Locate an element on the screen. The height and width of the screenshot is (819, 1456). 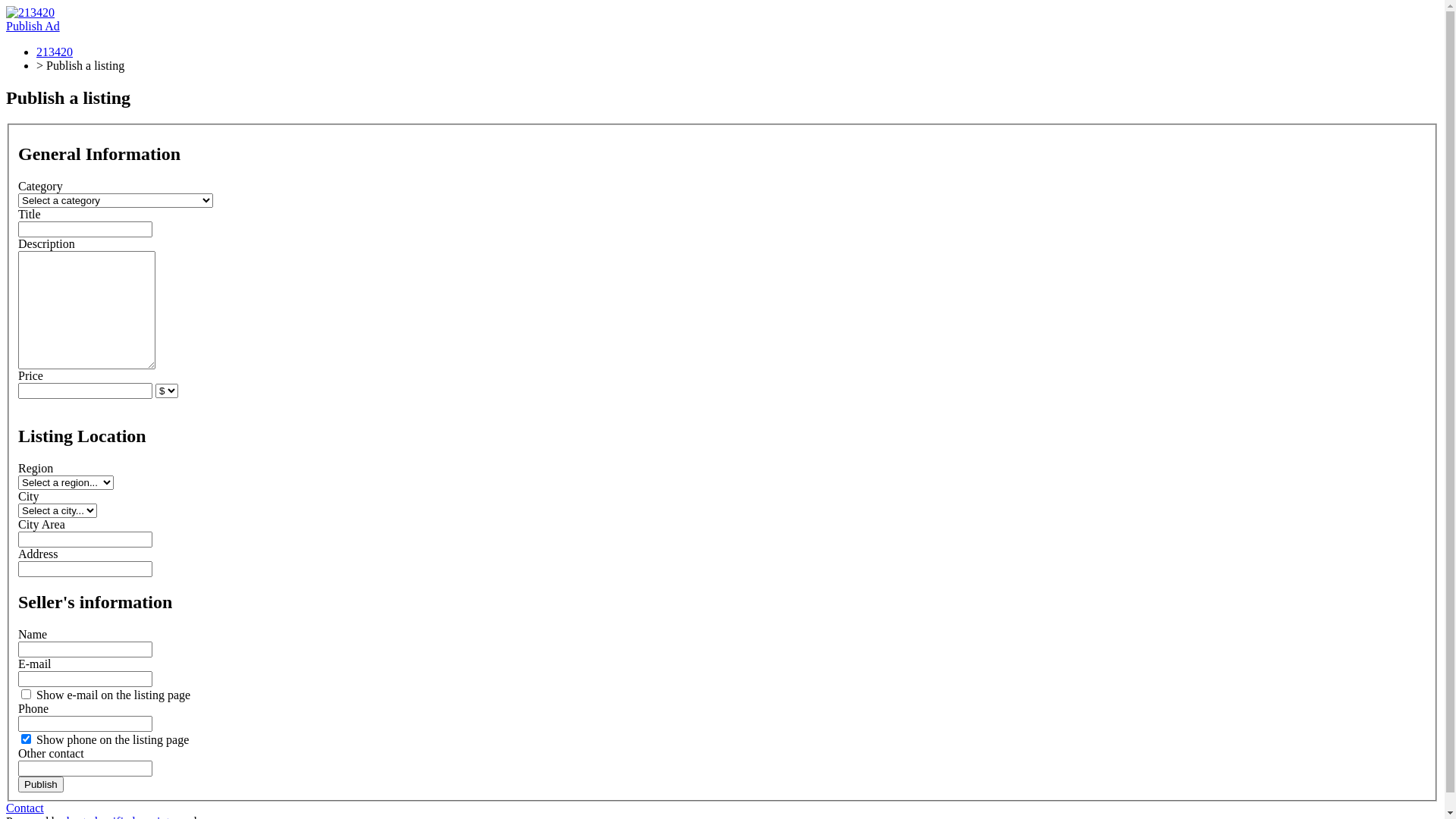
'213420' is located at coordinates (55, 51).